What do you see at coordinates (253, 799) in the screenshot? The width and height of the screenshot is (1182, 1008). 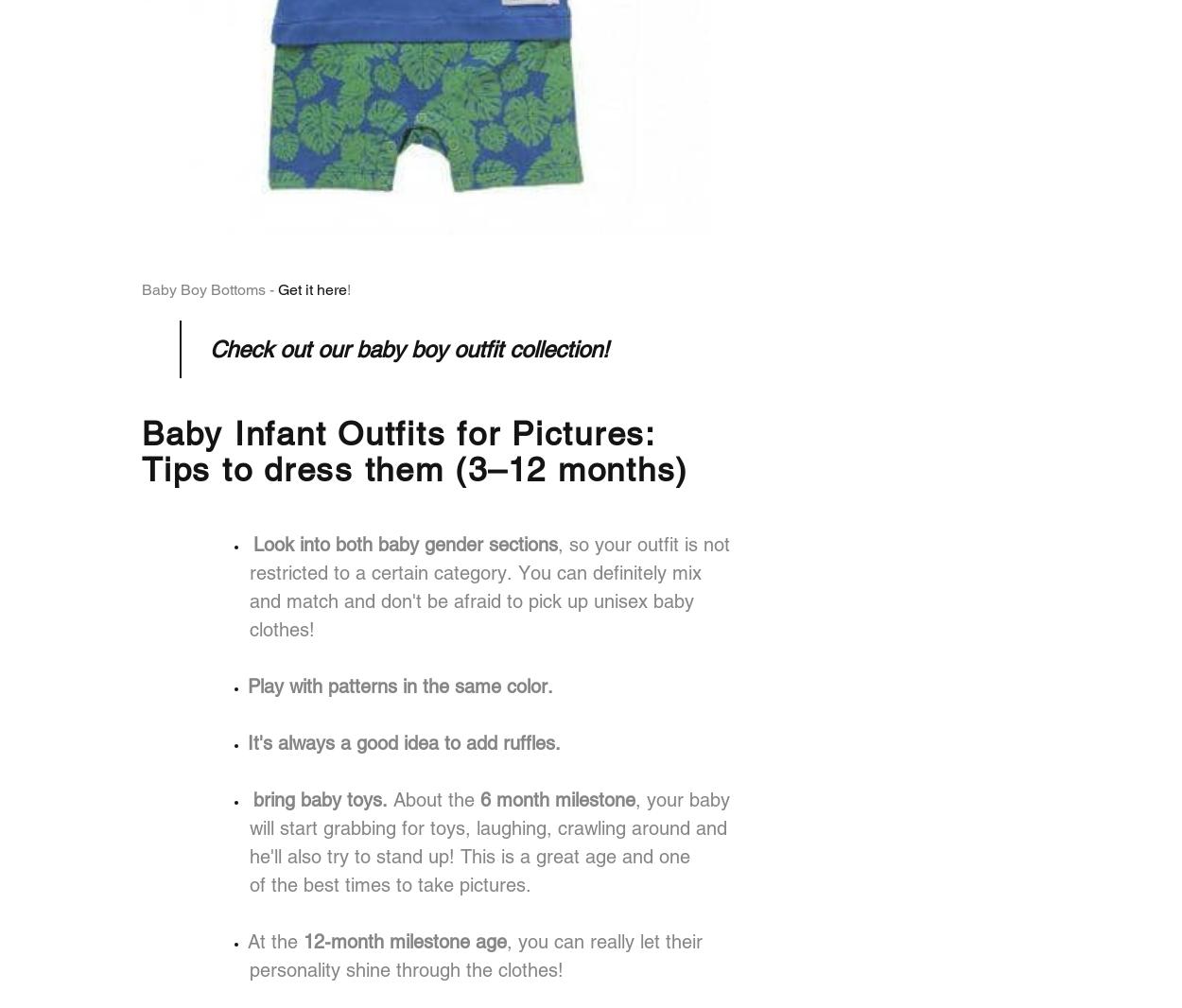 I see `'bring baby toys.'` at bounding box center [253, 799].